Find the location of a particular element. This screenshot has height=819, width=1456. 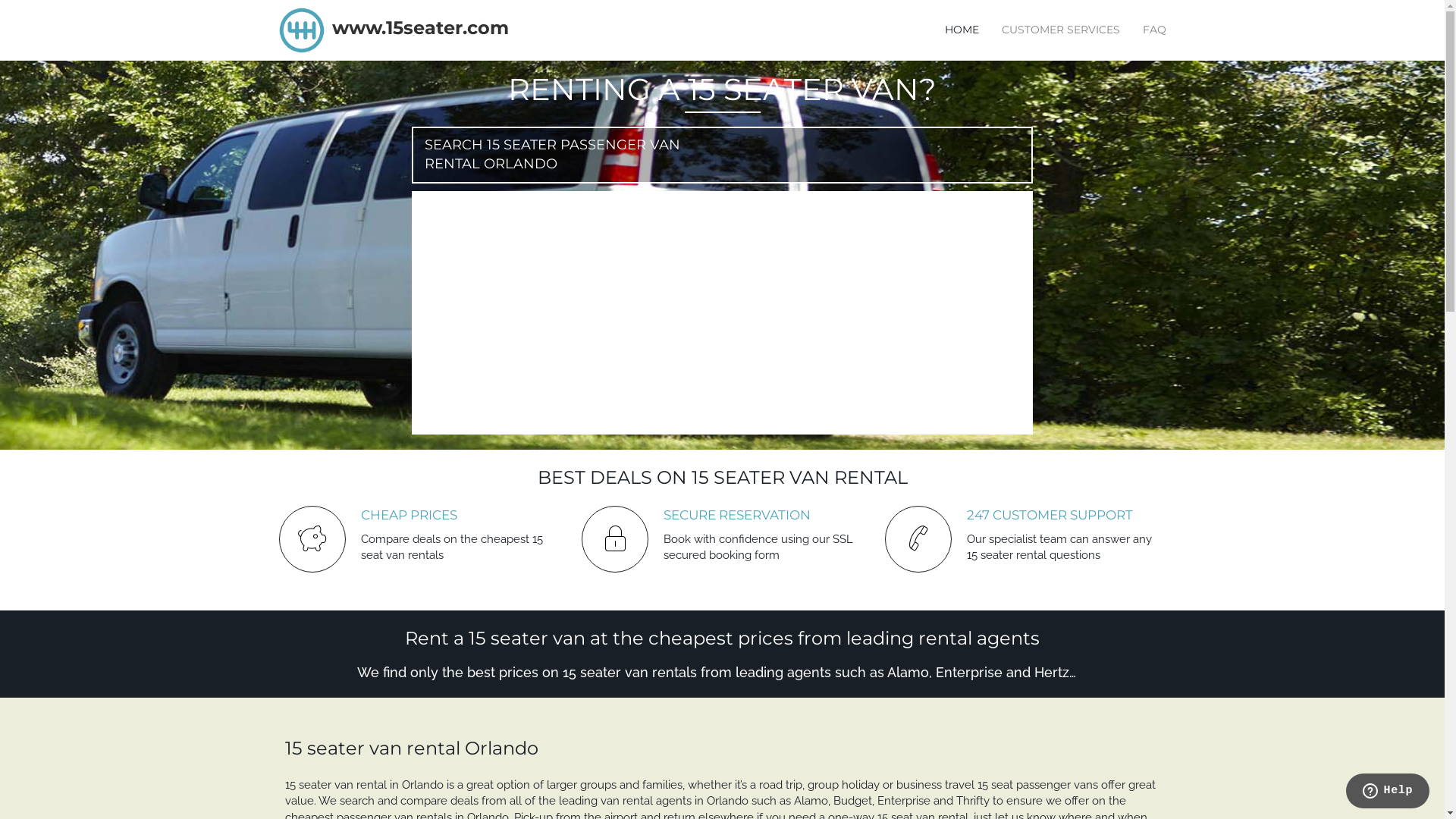

'HOME' is located at coordinates (961, 29).